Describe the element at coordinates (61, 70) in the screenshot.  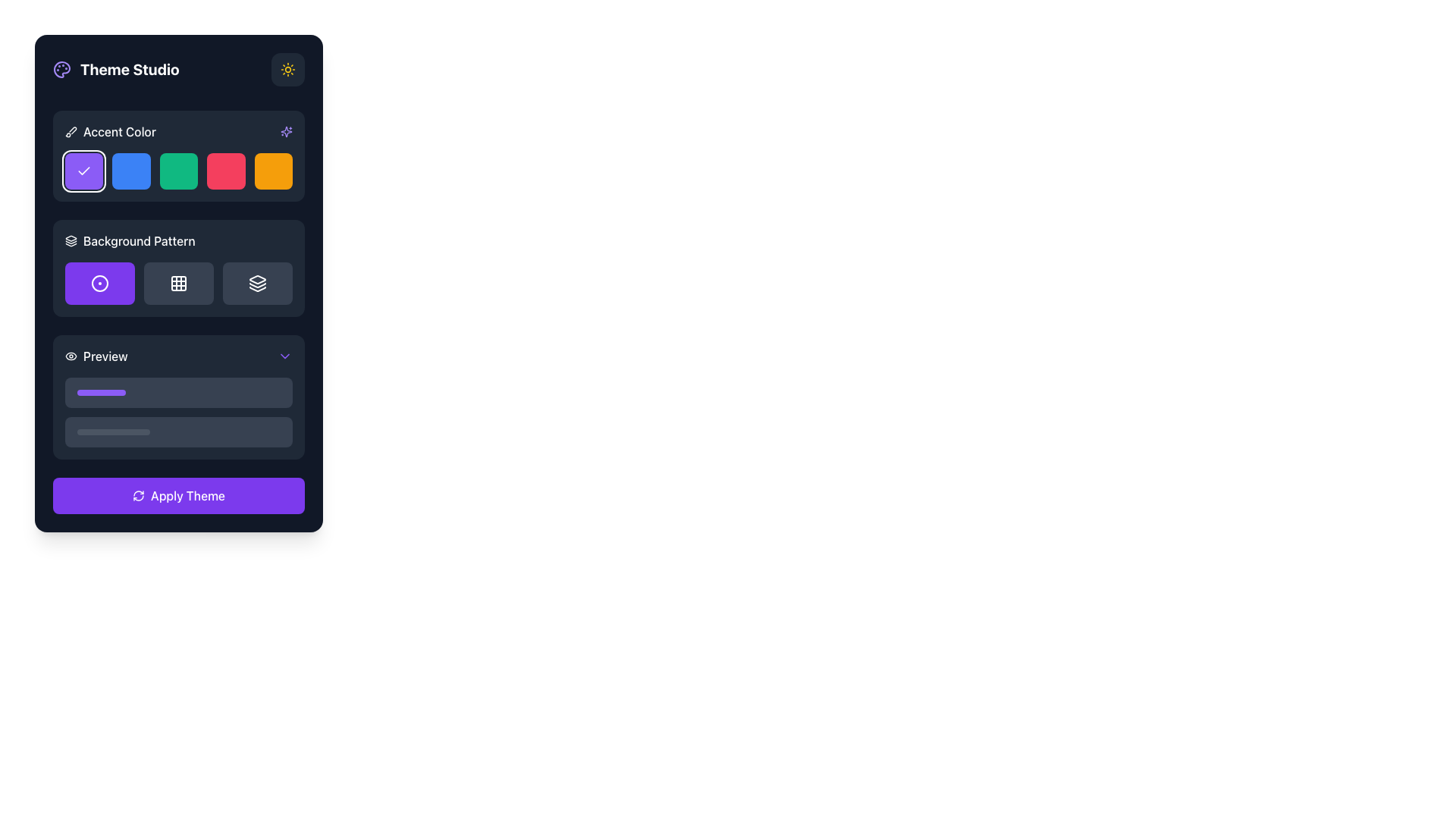
I see `the main body of the painter's palette icon in the toolbar section of the Theme Studio application, located in the top-right corner` at that location.